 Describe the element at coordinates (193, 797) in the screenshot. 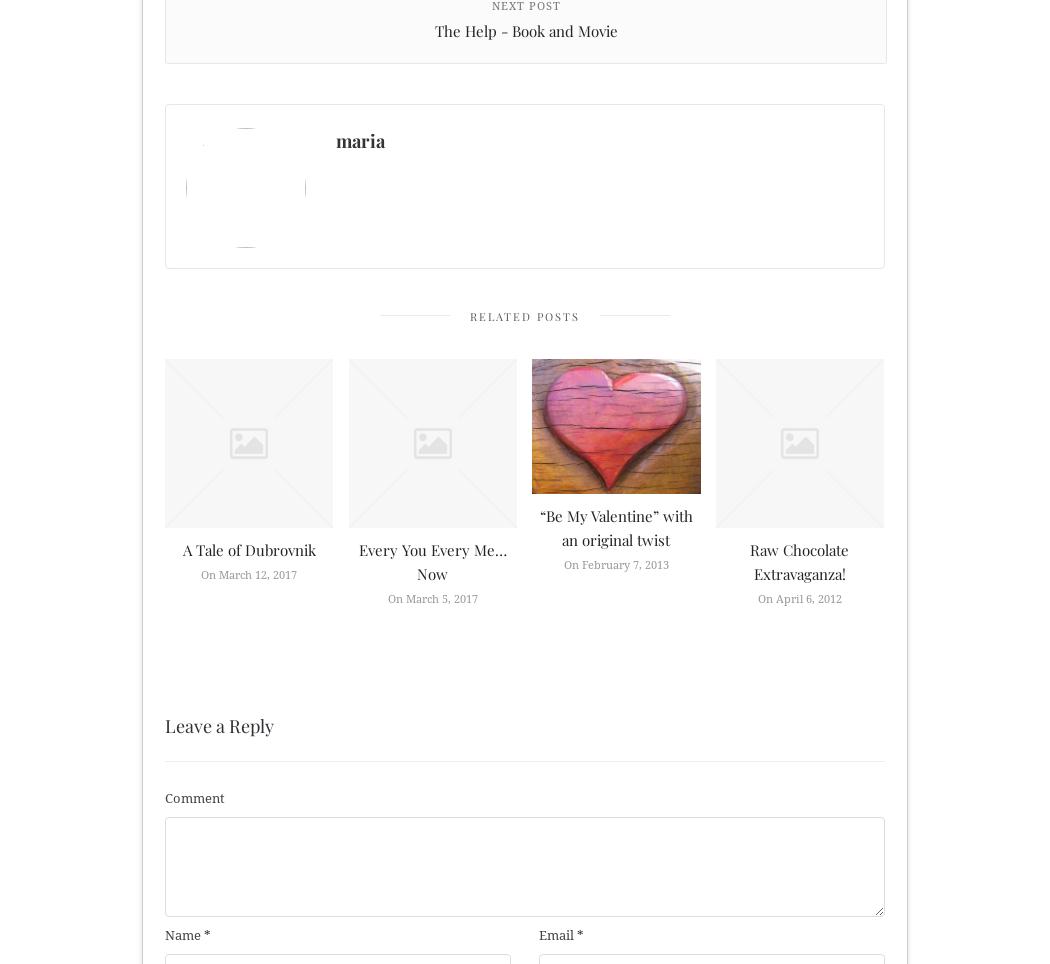

I see `'Comment'` at that location.